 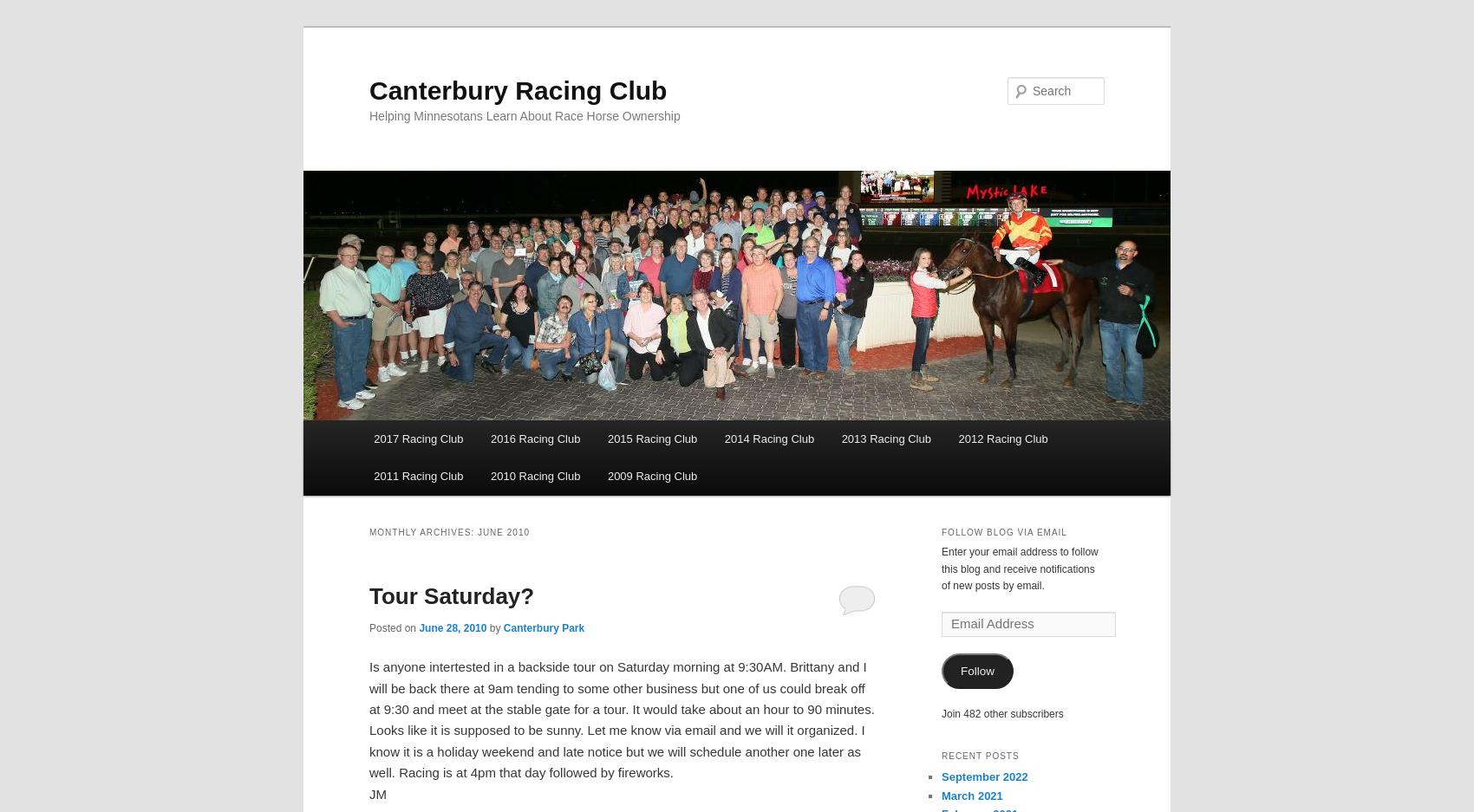 I want to click on 'Monthly Archives:', so click(x=423, y=532).